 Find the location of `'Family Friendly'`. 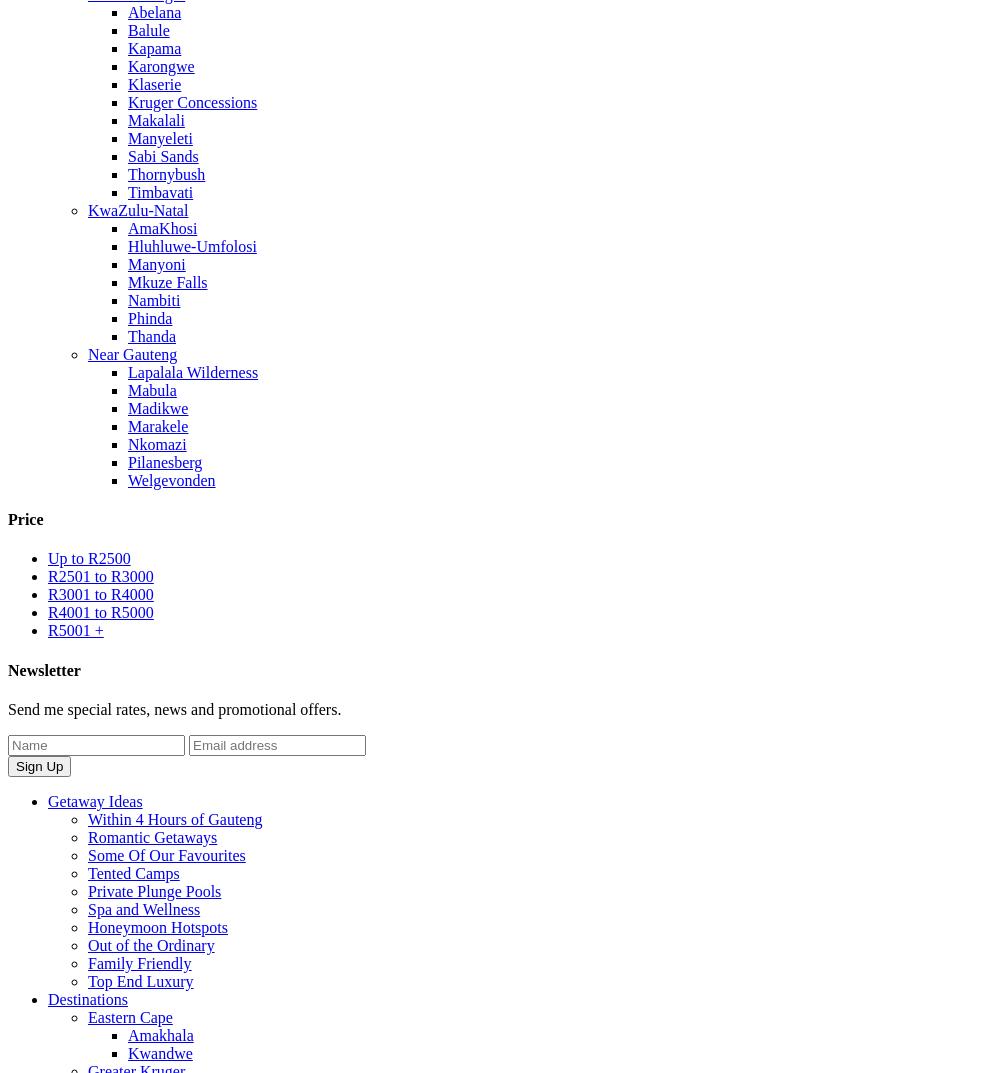

'Family Friendly' is located at coordinates (139, 962).